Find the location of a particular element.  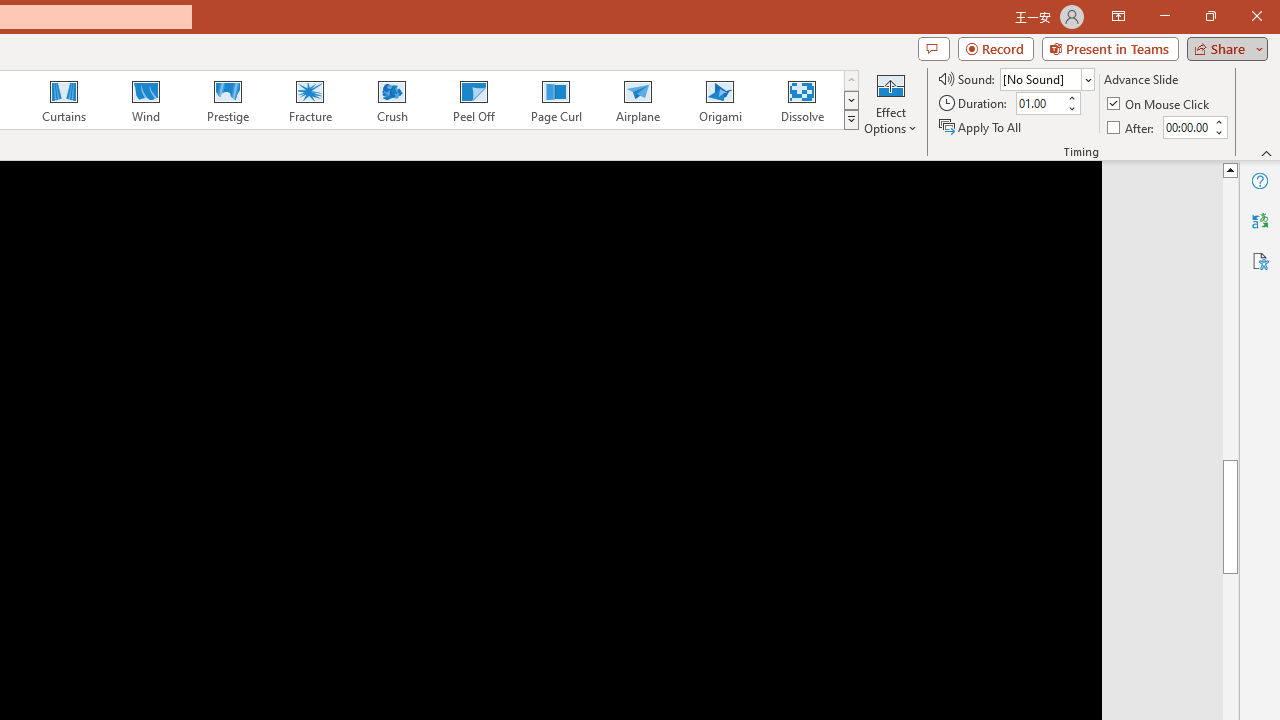

'Sound' is located at coordinates (1046, 78).